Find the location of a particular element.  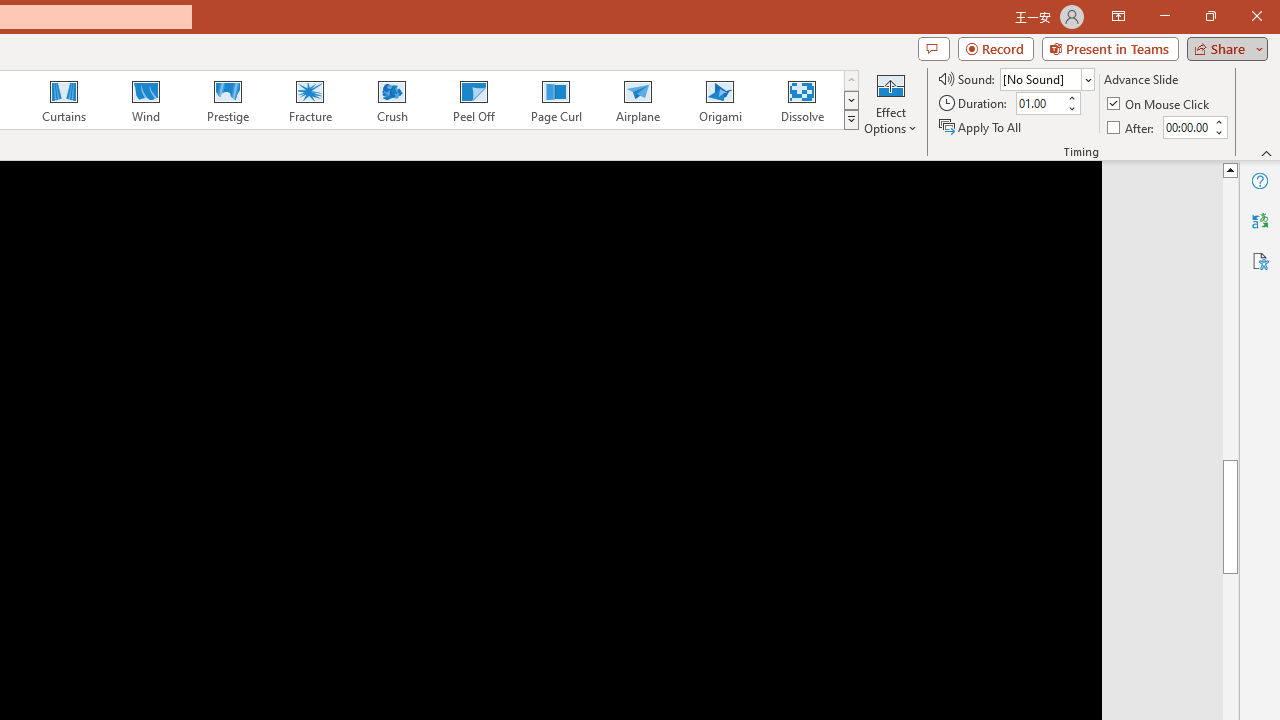

'Sound' is located at coordinates (1046, 78).